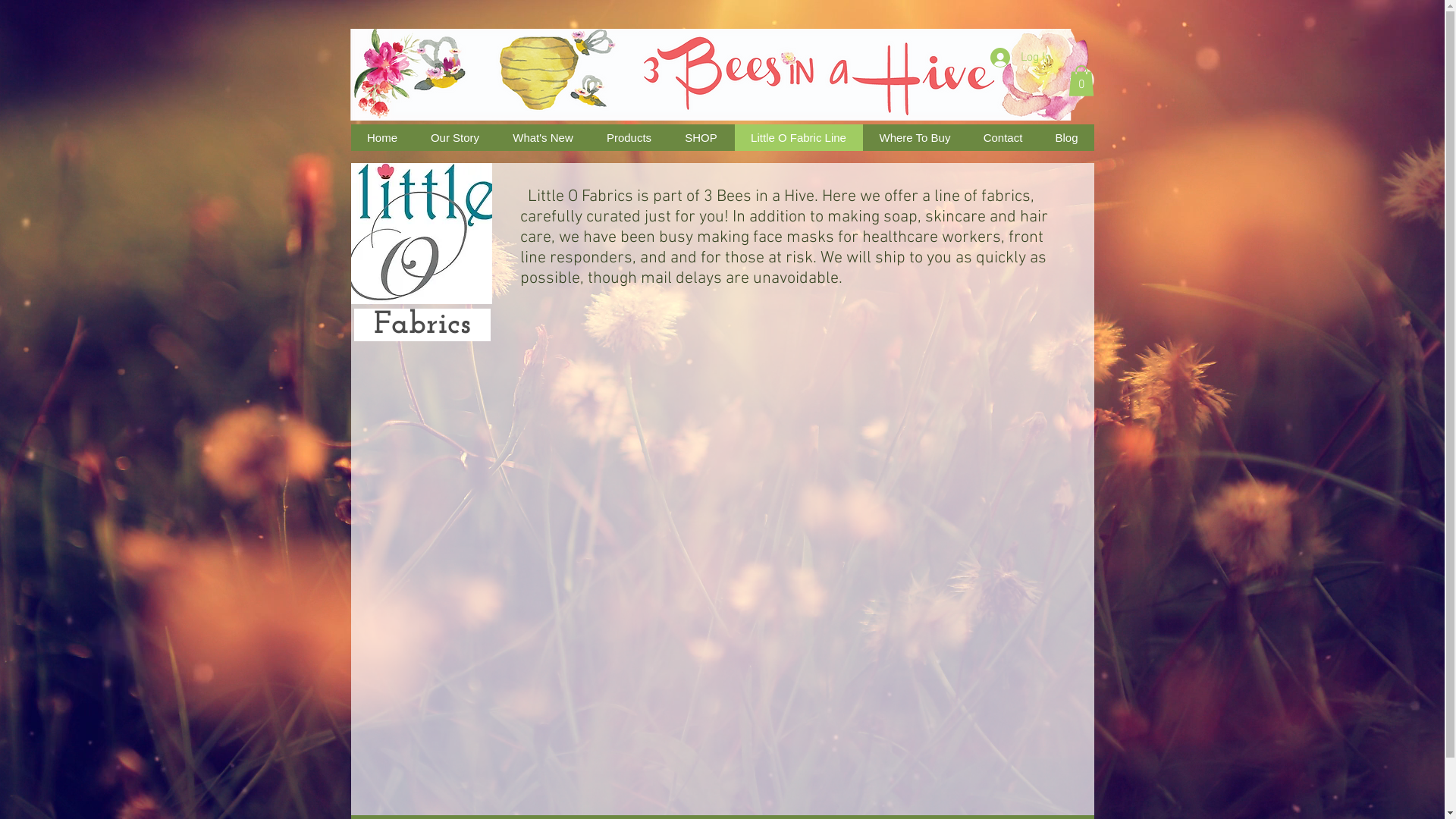  What do you see at coordinates (1021, 57) in the screenshot?
I see `'Log In'` at bounding box center [1021, 57].